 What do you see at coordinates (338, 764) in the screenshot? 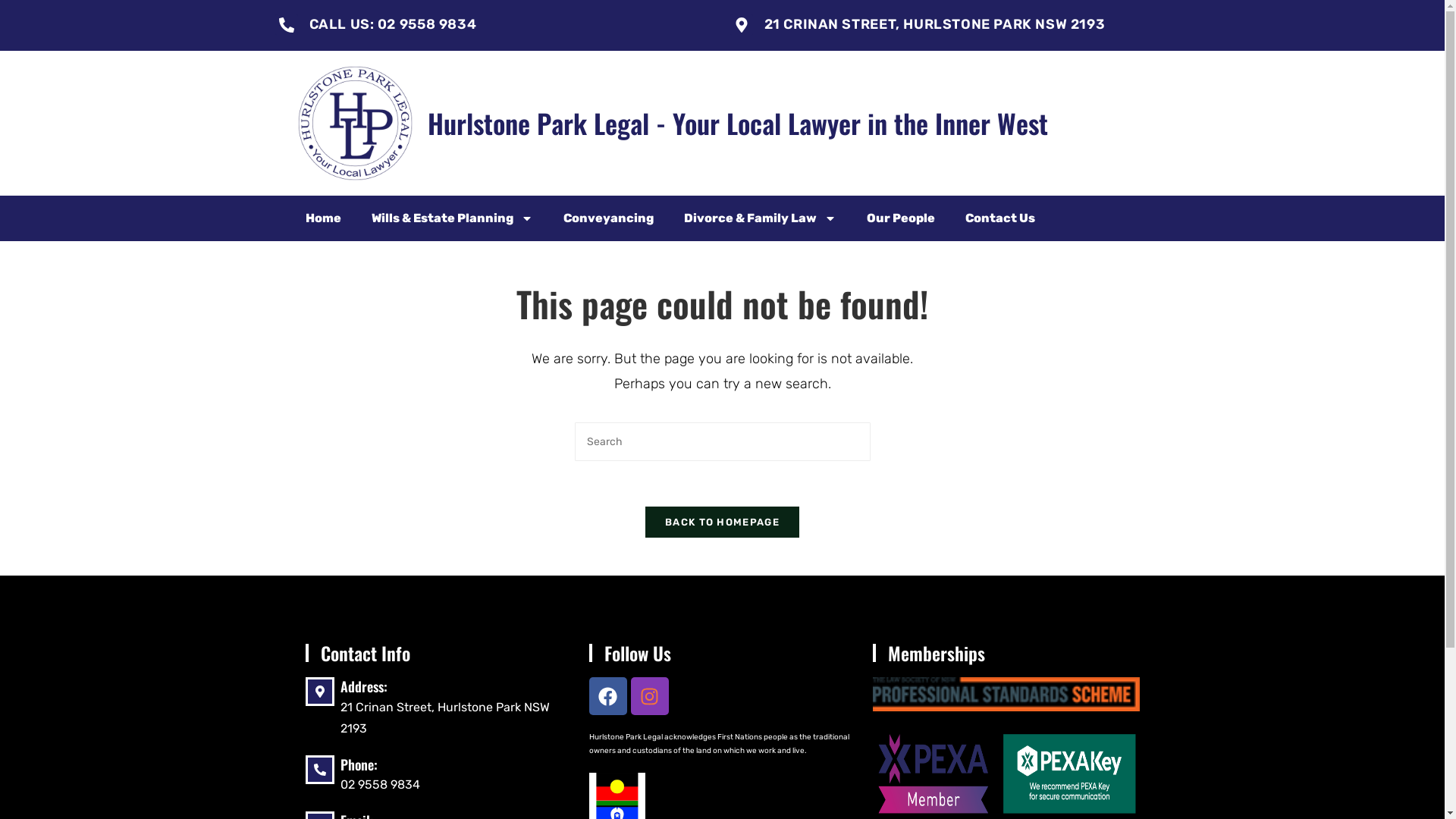
I see `'Phone:'` at bounding box center [338, 764].